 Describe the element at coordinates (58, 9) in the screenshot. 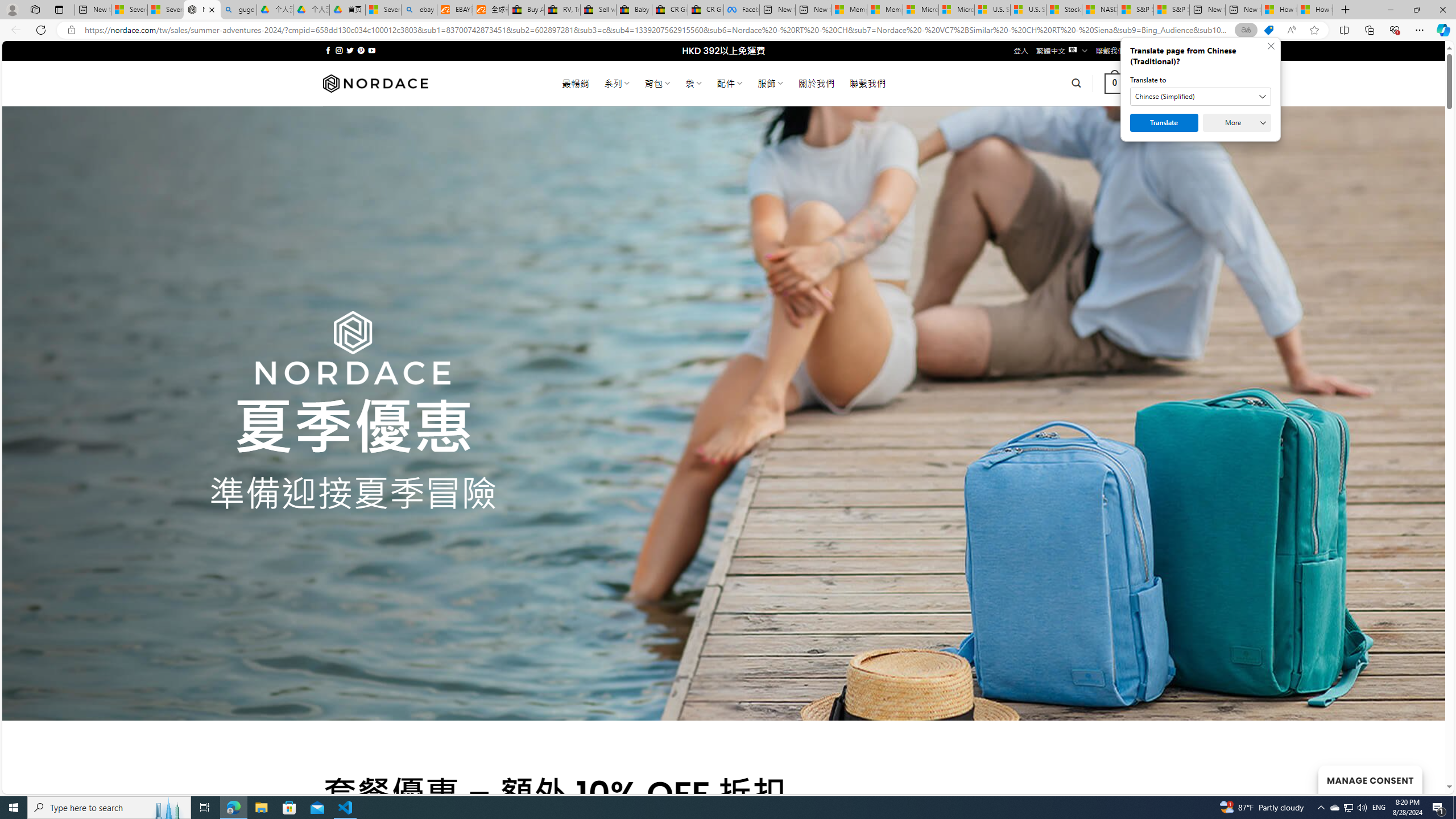

I see `'Tab actions menu'` at that location.